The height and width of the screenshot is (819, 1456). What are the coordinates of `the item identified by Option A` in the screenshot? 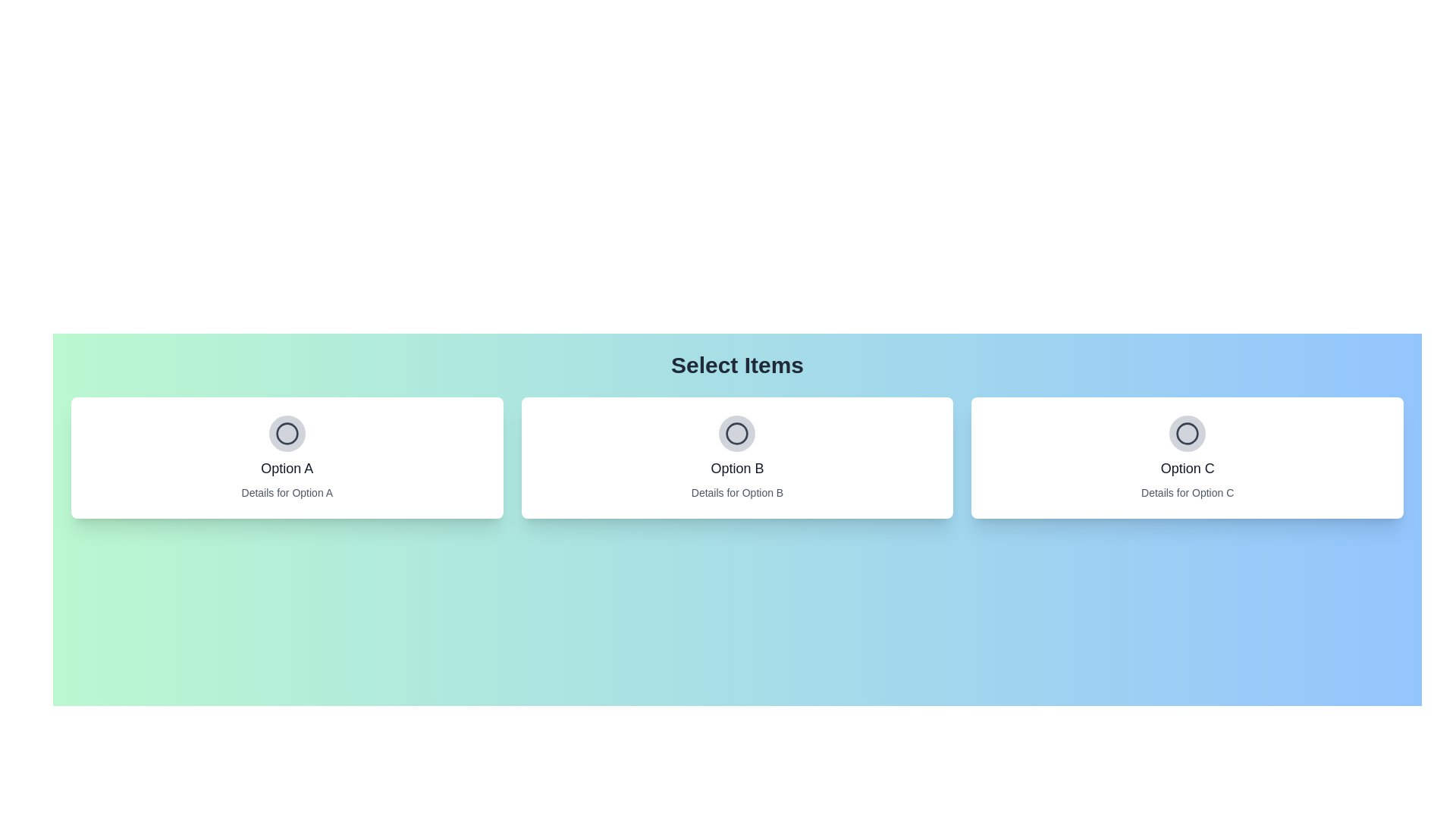 It's located at (287, 433).